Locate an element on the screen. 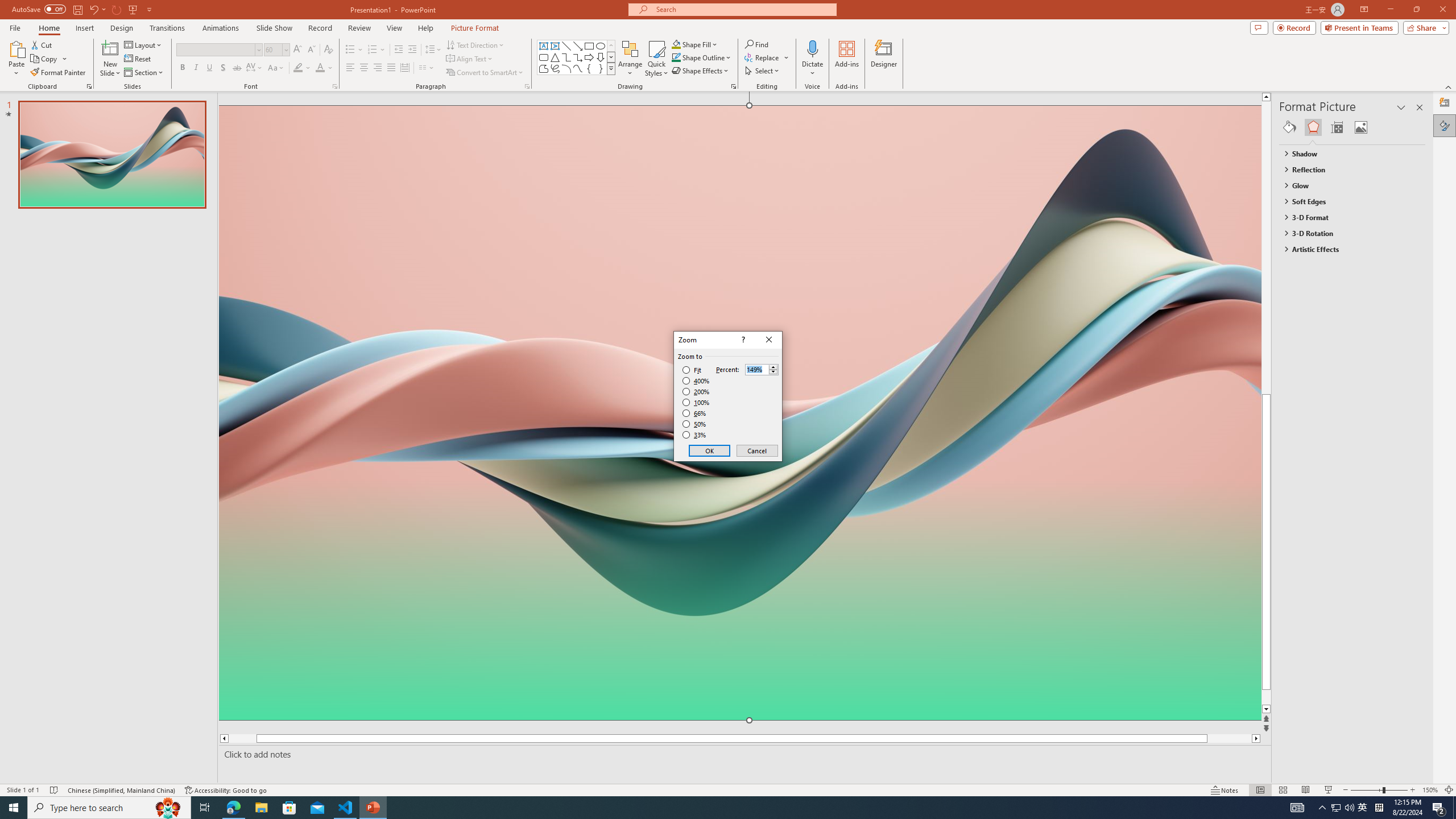 Image resolution: width=1456 pixels, height=819 pixels. 'Fit' is located at coordinates (692, 370).